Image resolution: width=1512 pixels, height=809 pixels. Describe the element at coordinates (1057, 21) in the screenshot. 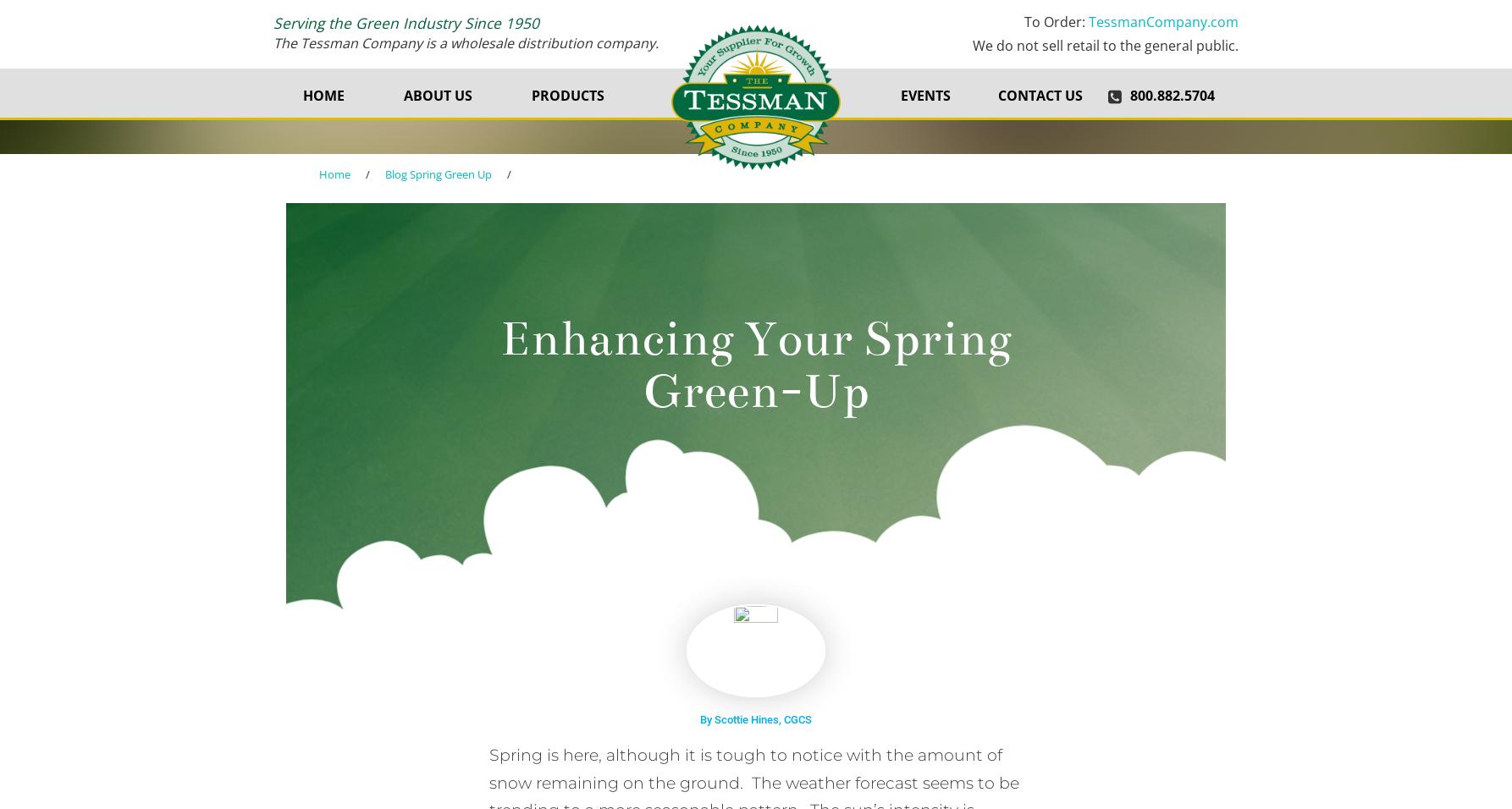

I see `'To Order:'` at that location.